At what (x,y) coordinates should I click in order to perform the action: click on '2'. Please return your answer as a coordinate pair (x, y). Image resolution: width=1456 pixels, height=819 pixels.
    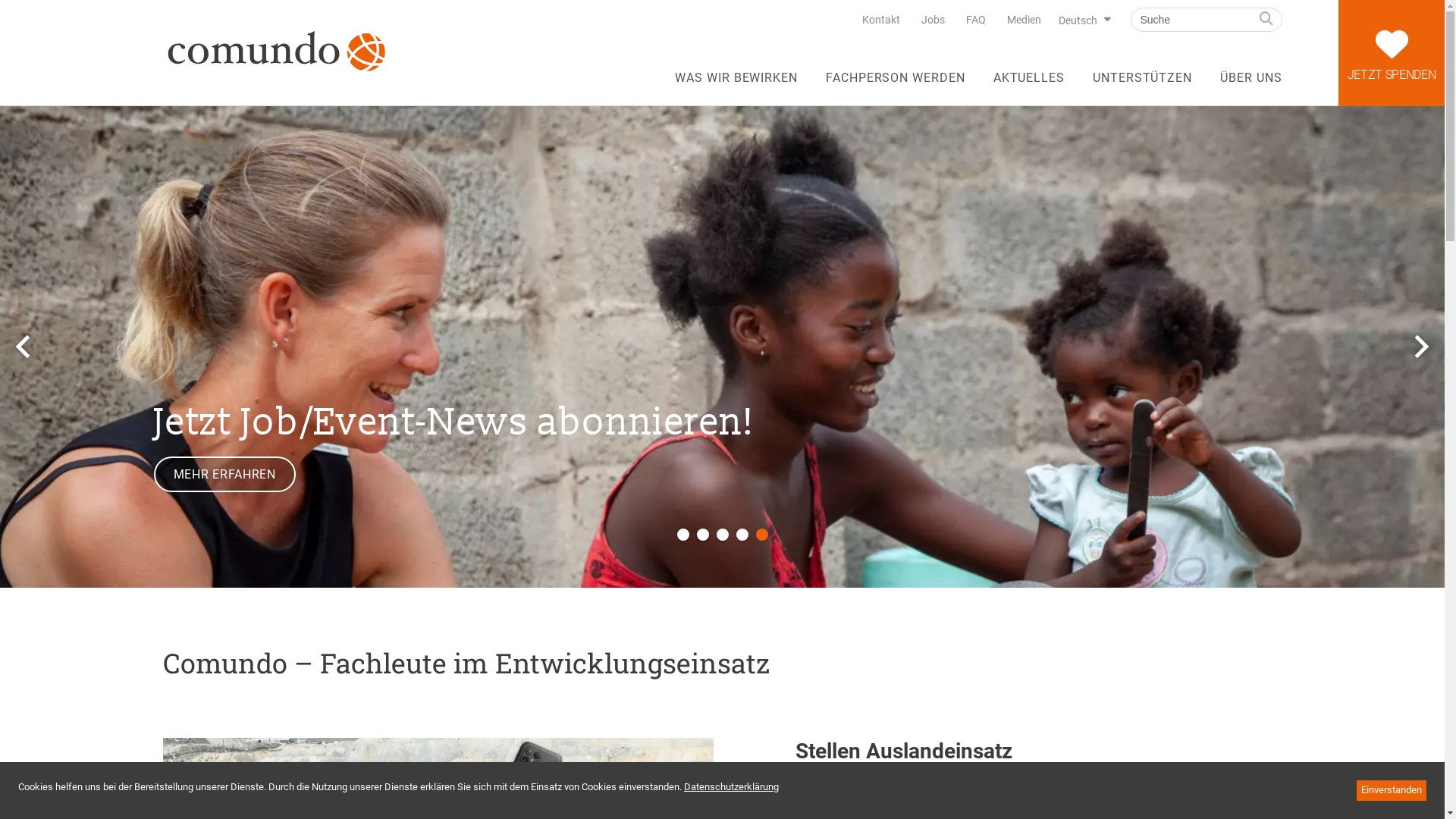
    Looking at the image, I should click on (701, 534).